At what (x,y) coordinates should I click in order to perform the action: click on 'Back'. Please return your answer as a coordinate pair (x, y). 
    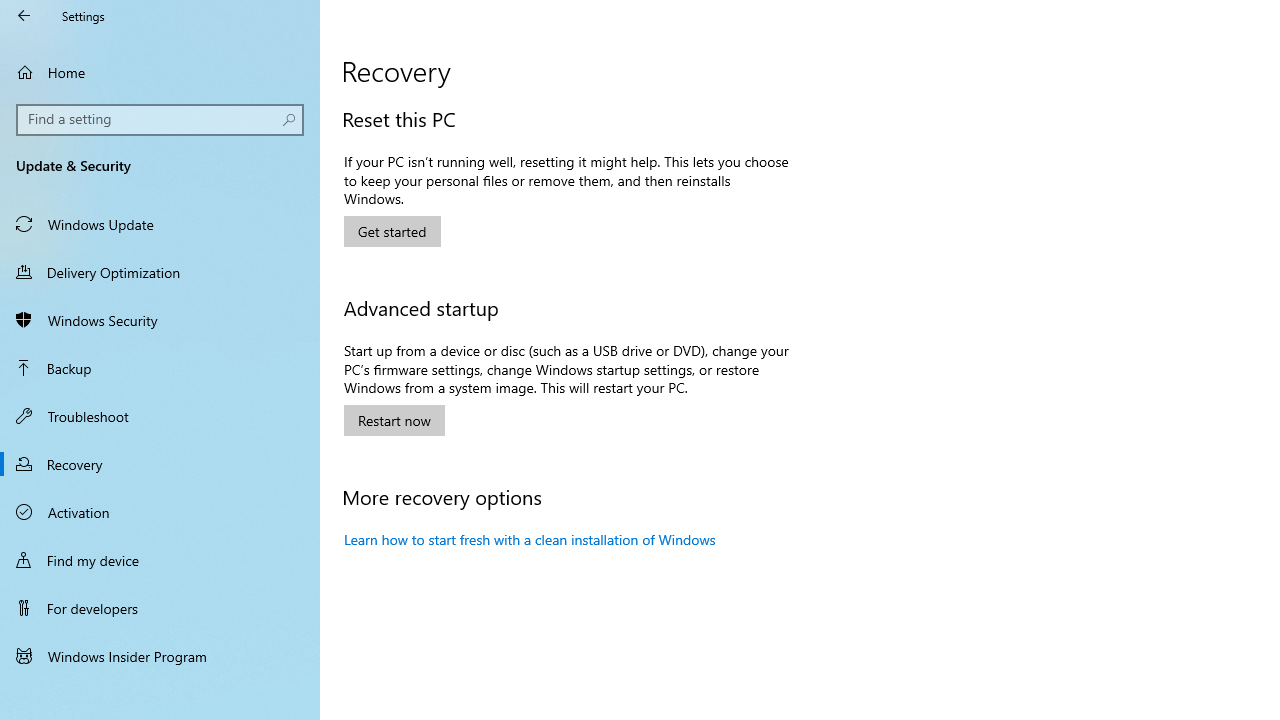
    Looking at the image, I should click on (24, 15).